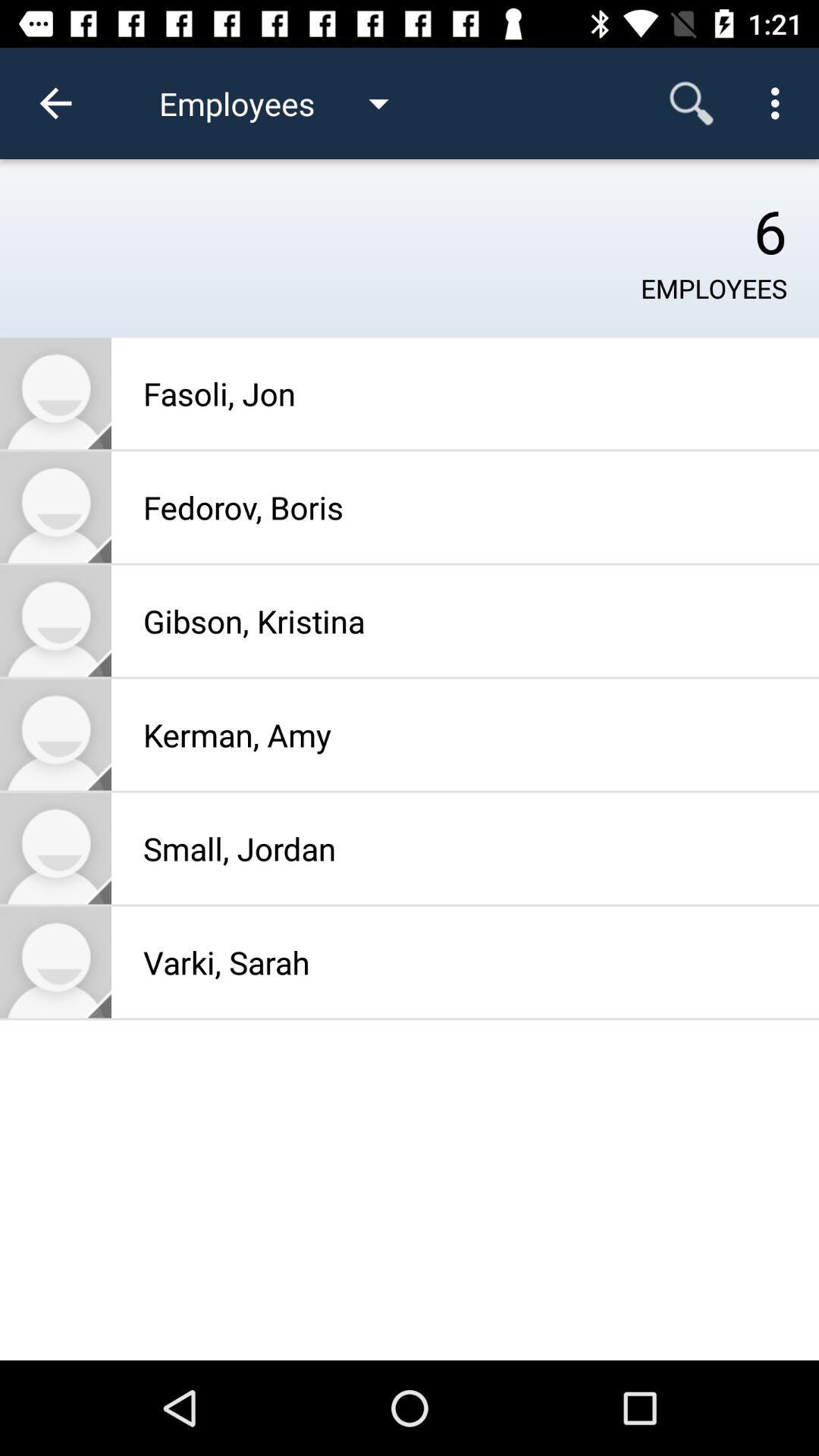 The image size is (819, 1456). I want to click on gibson kristina, so click(55, 621).